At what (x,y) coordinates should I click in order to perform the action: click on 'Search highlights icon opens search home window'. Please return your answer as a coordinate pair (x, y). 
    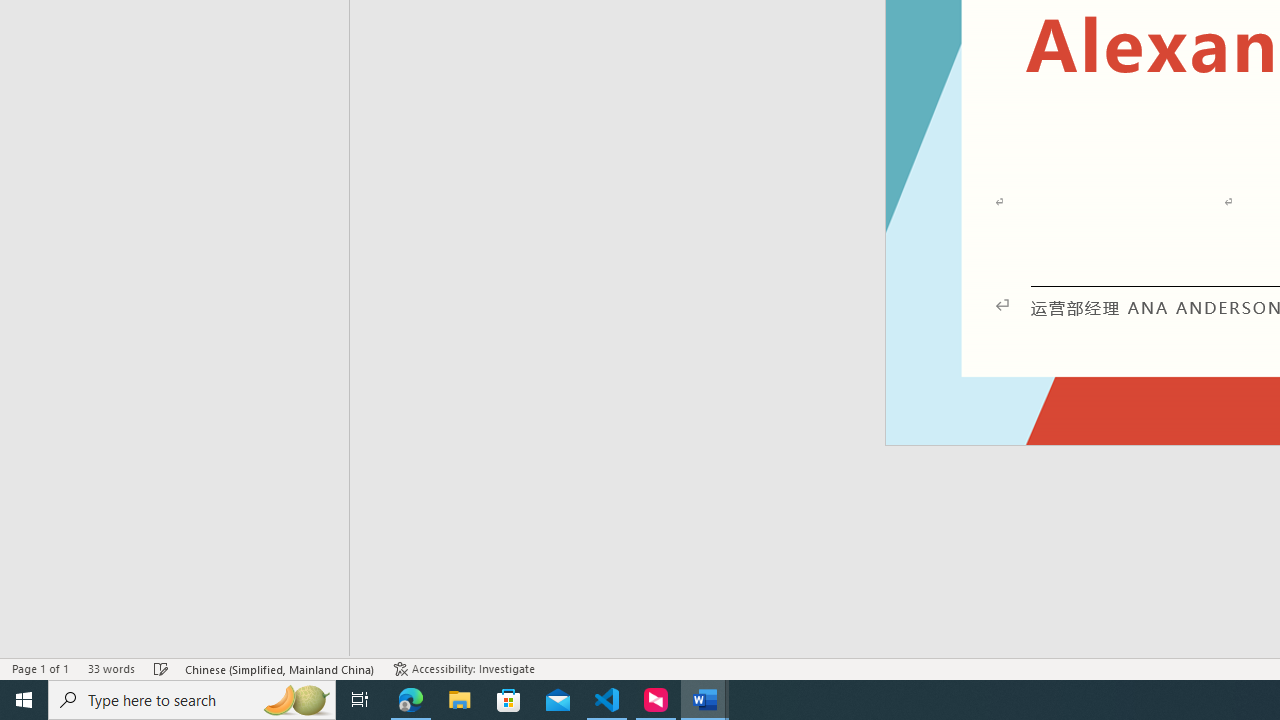
    Looking at the image, I should click on (294, 698).